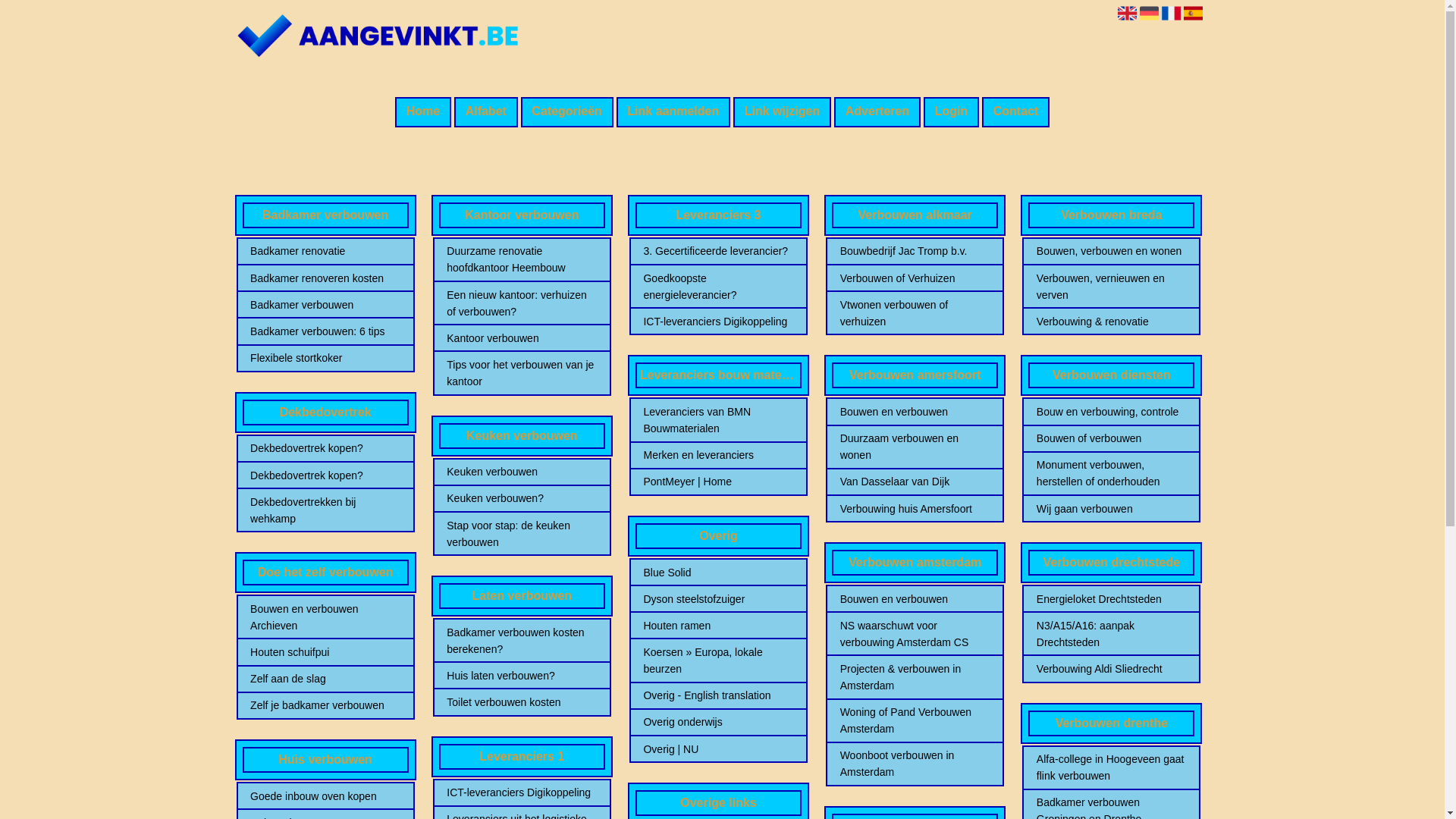 The width and height of the screenshot is (1456, 819). Describe the element at coordinates (1111, 412) in the screenshot. I see `'Bouw en verbouwing, controle'` at that location.